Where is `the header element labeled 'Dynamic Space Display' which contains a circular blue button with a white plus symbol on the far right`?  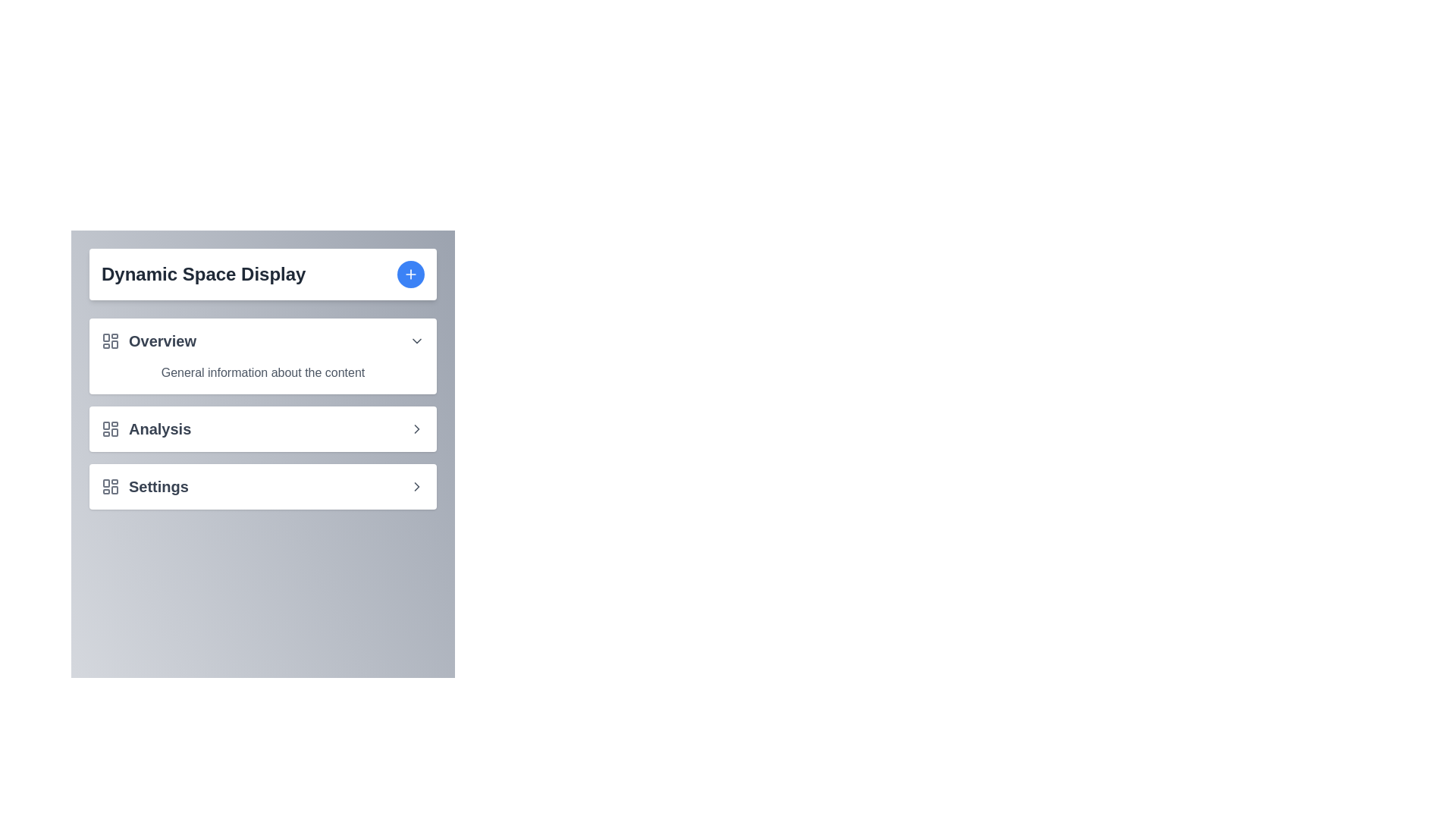
the header element labeled 'Dynamic Space Display' which contains a circular blue button with a white plus symbol on the far right is located at coordinates (262, 275).